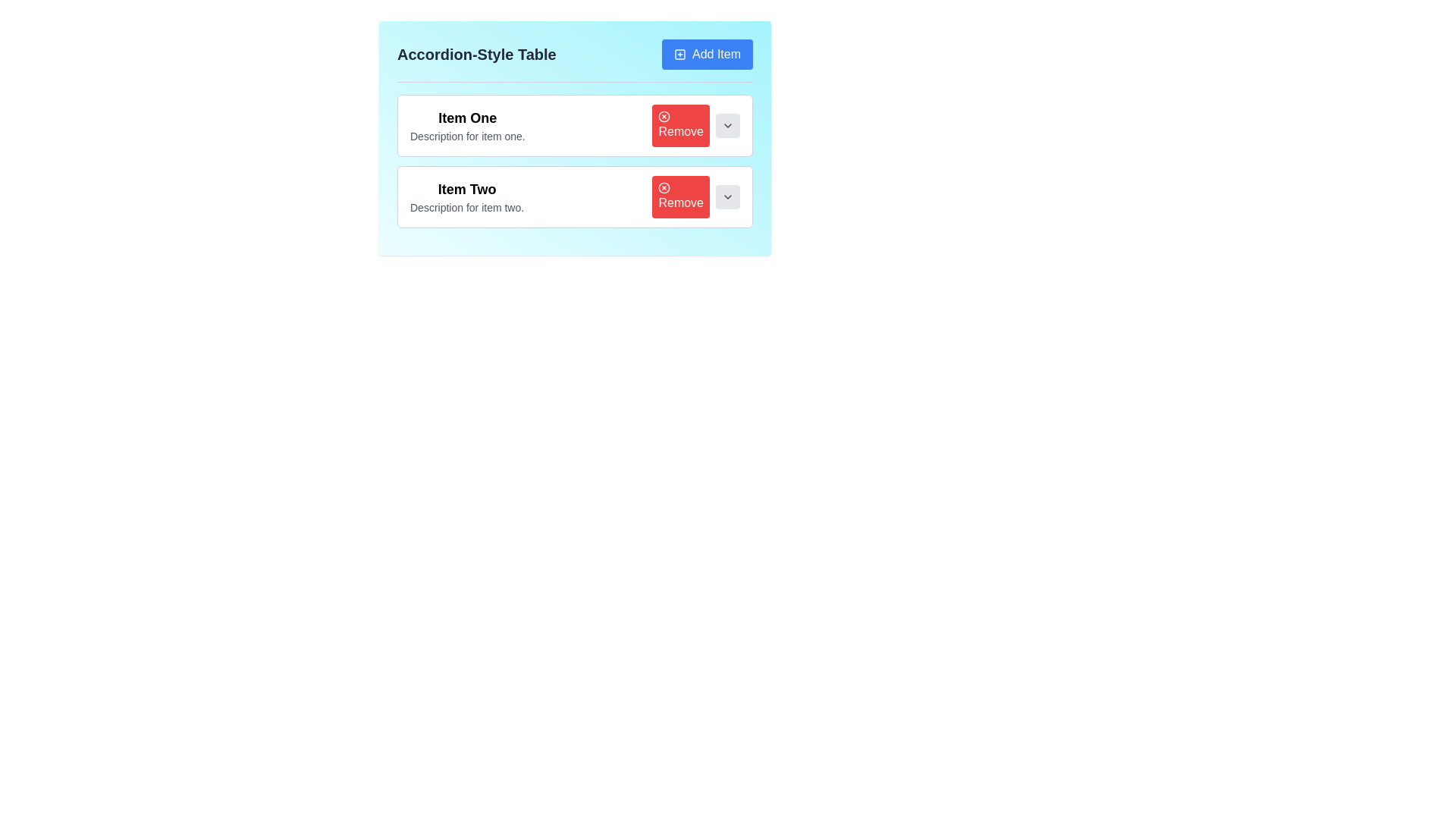  What do you see at coordinates (466, 124) in the screenshot?
I see `the Label with description section located in the first row of the accordion-style table, near the left side, providing static information about the associated item` at bounding box center [466, 124].